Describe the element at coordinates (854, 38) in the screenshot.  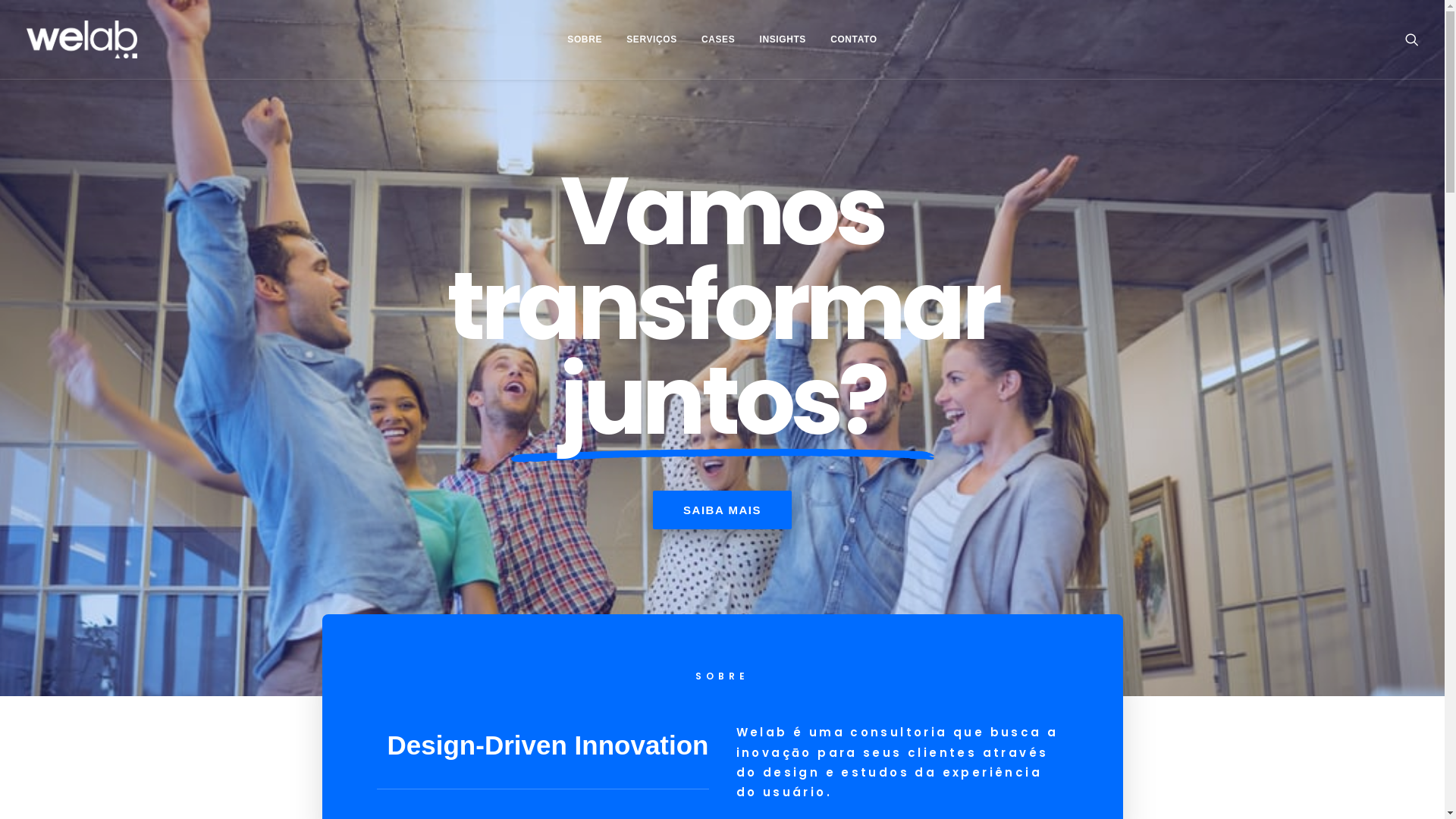
I see `'CONTATO'` at that location.